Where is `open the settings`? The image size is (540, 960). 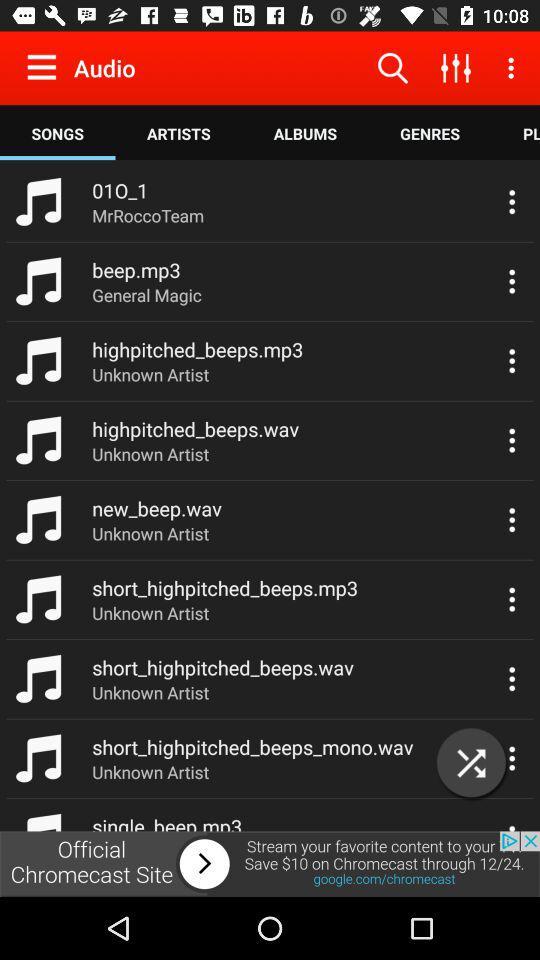
open the settings is located at coordinates (46, 67).